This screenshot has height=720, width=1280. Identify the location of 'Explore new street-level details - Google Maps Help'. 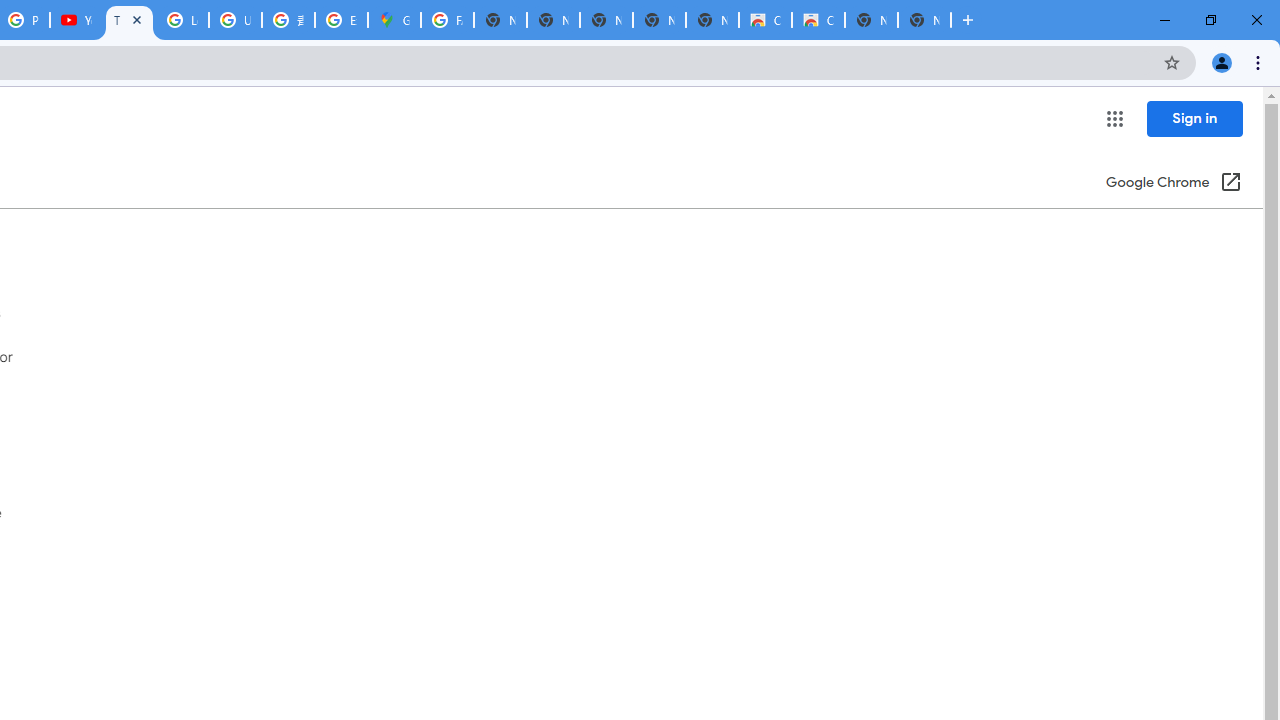
(341, 20).